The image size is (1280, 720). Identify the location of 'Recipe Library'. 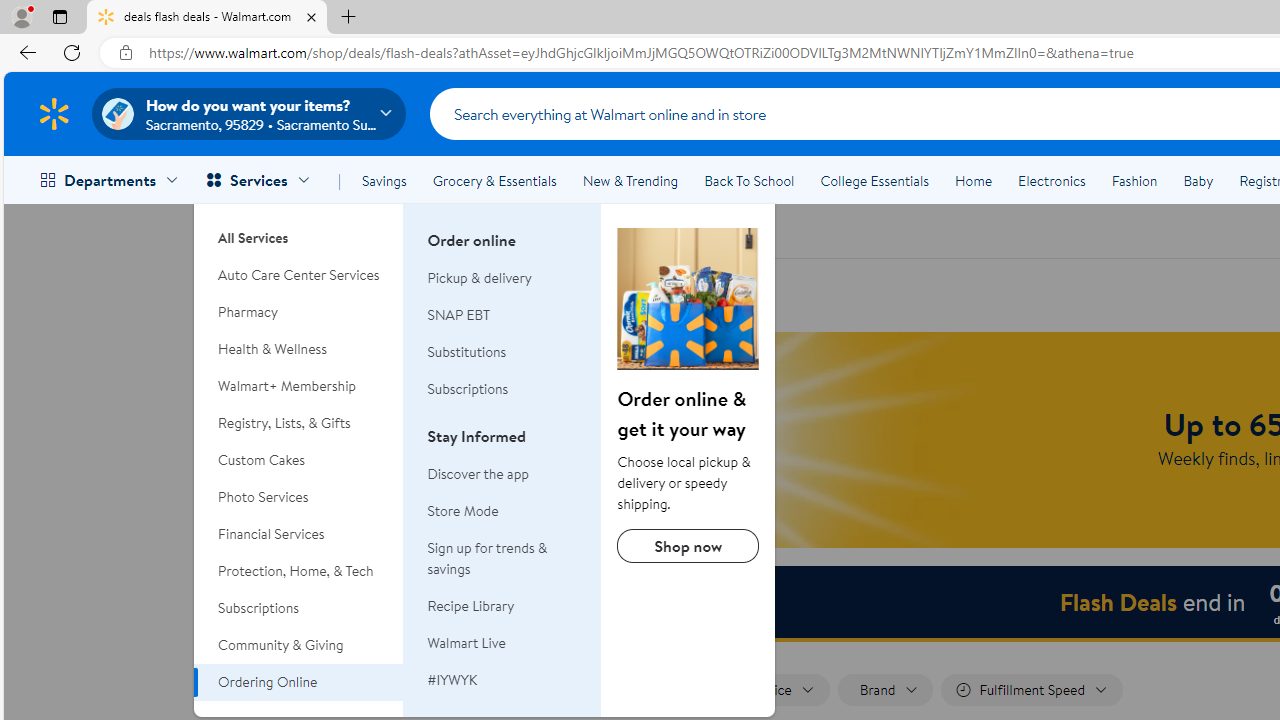
(503, 605).